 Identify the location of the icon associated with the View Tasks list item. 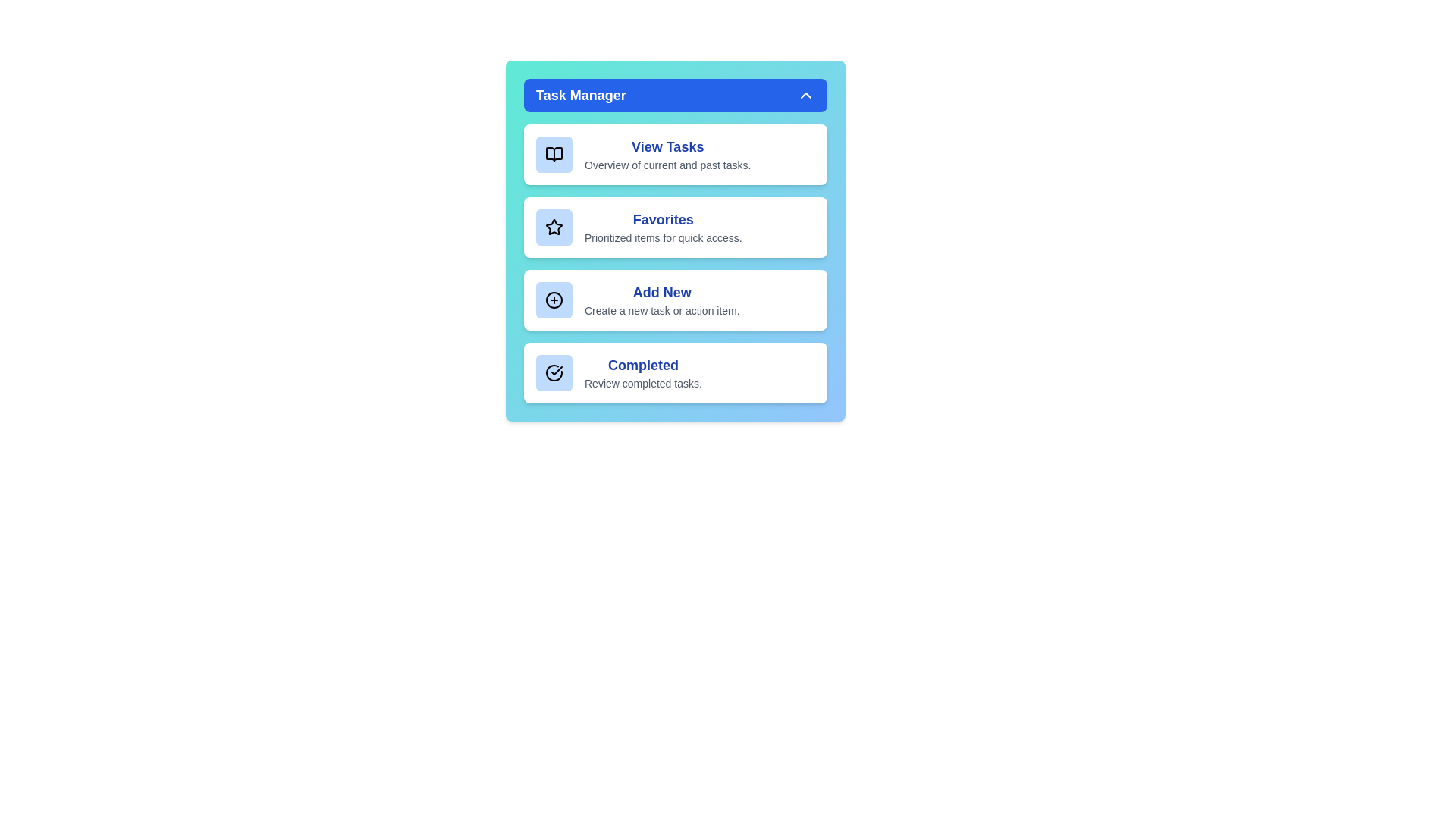
(553, 155).